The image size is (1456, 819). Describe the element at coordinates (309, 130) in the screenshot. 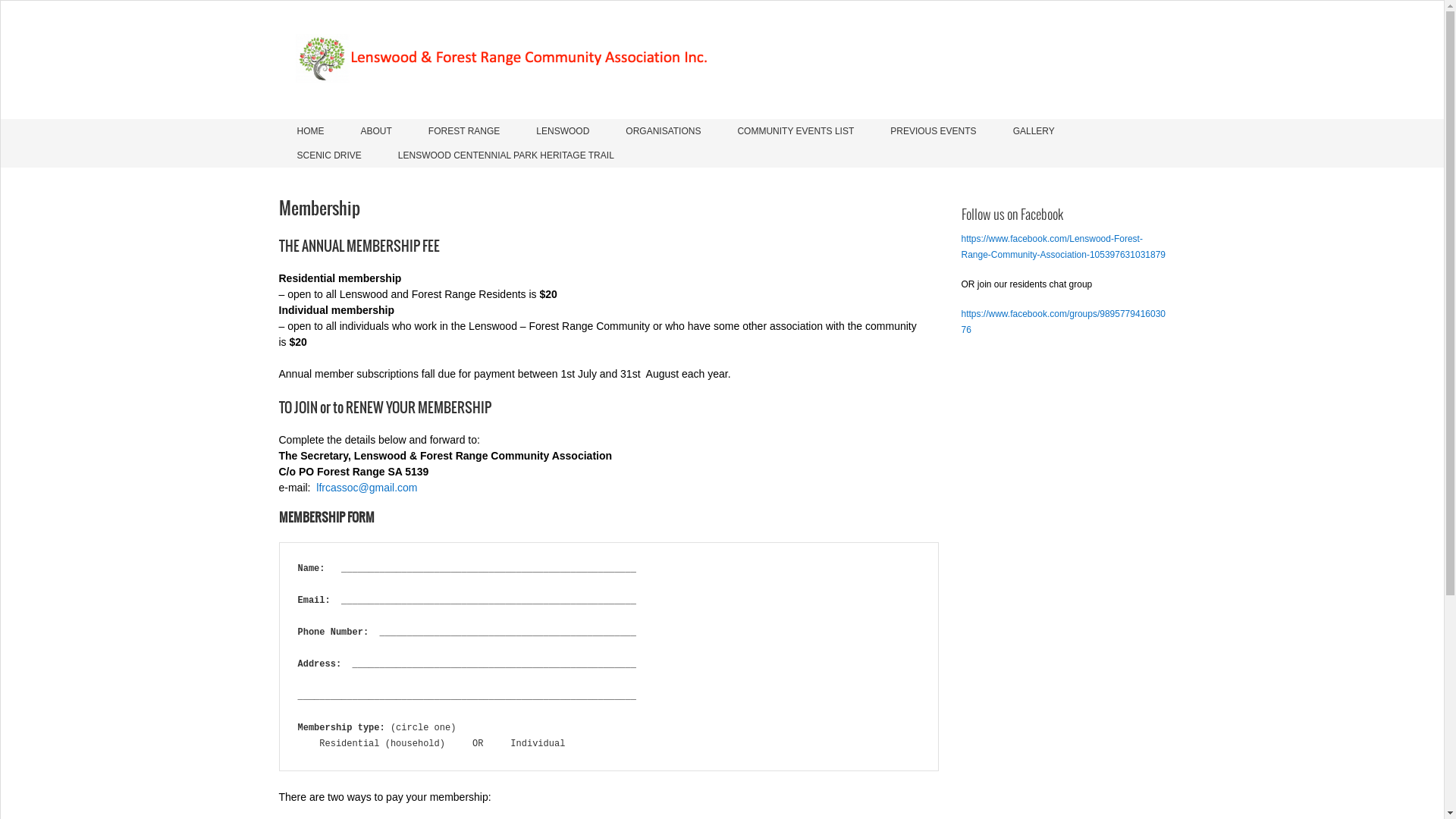

I see `'HOME'` at that location.